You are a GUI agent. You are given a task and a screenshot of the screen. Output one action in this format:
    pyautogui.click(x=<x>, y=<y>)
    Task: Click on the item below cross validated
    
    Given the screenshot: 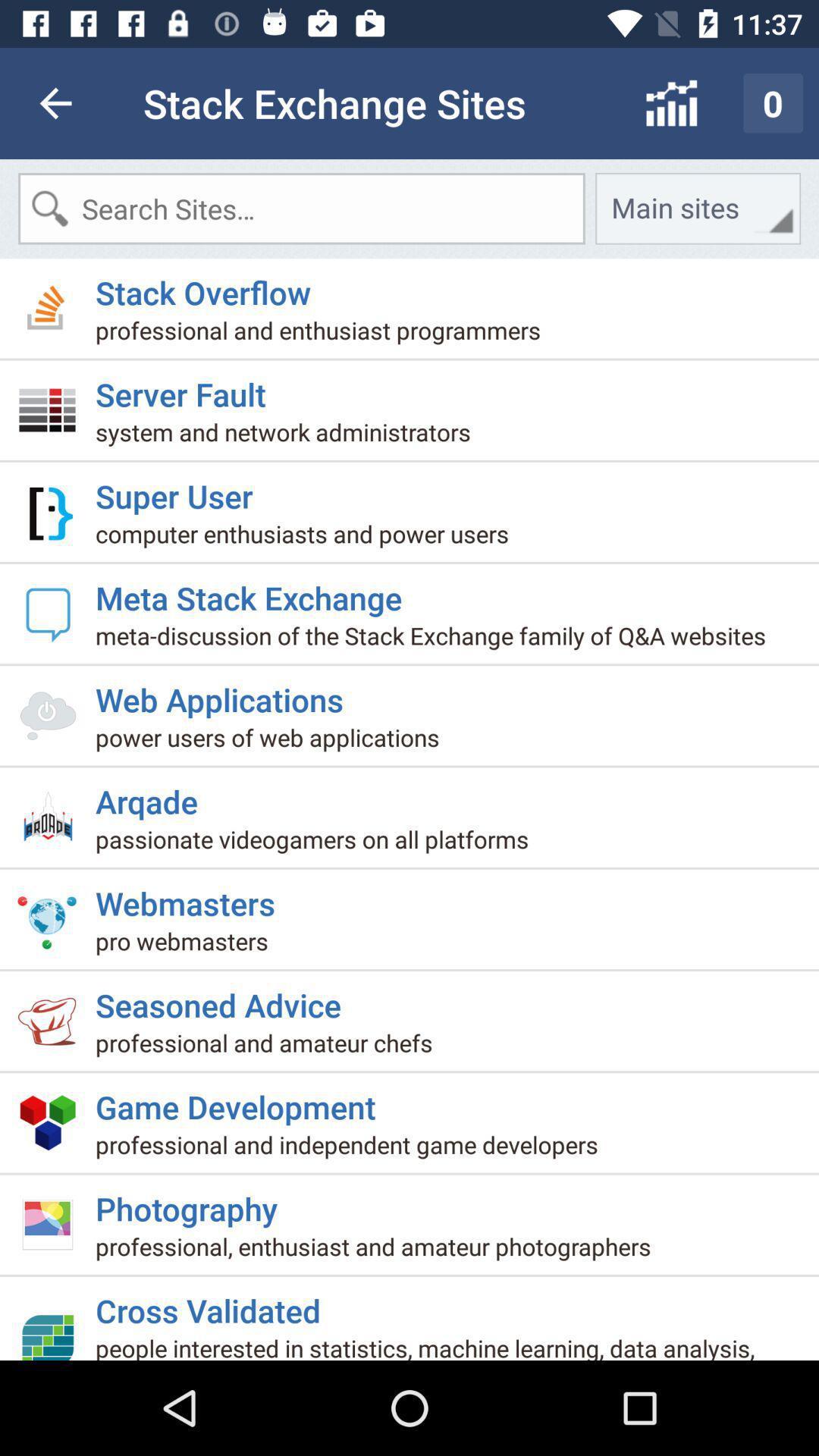 What is the action you would take?
    pyautogui.click(x=456, y=1346)
    